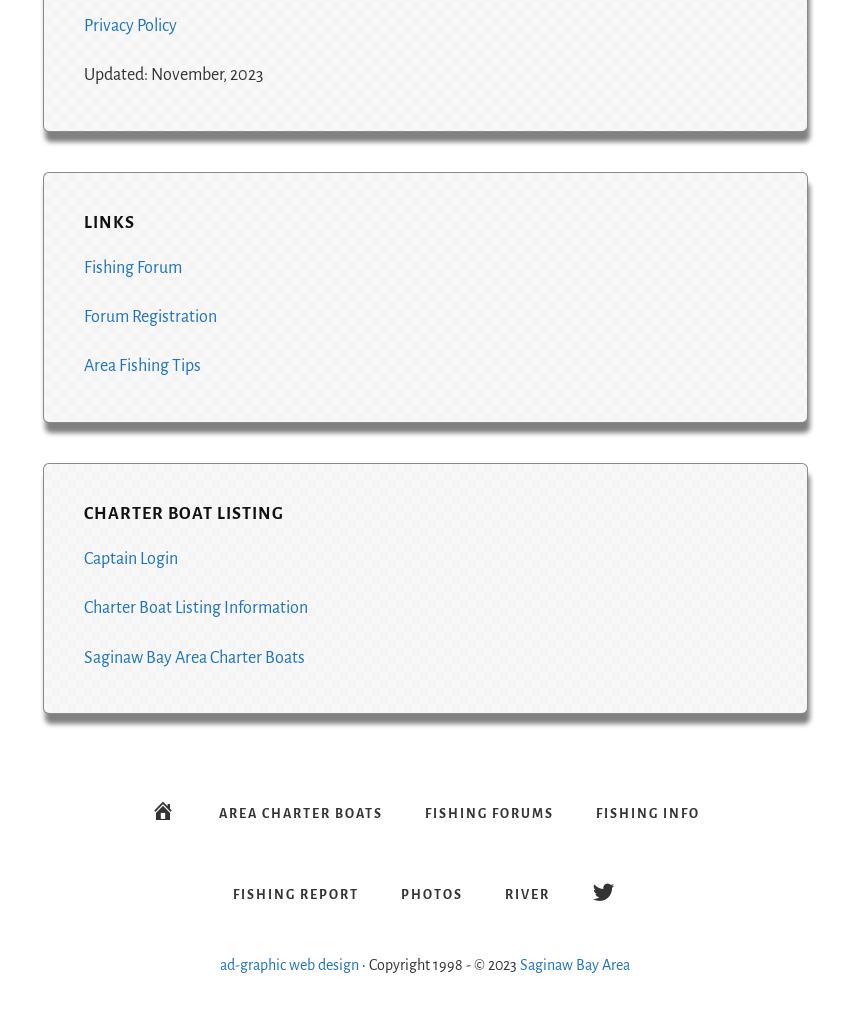 Image resolution: width=850 pixels, height=1030 pixels. I want to click on 'Privacy Policy', so click(82, 25).